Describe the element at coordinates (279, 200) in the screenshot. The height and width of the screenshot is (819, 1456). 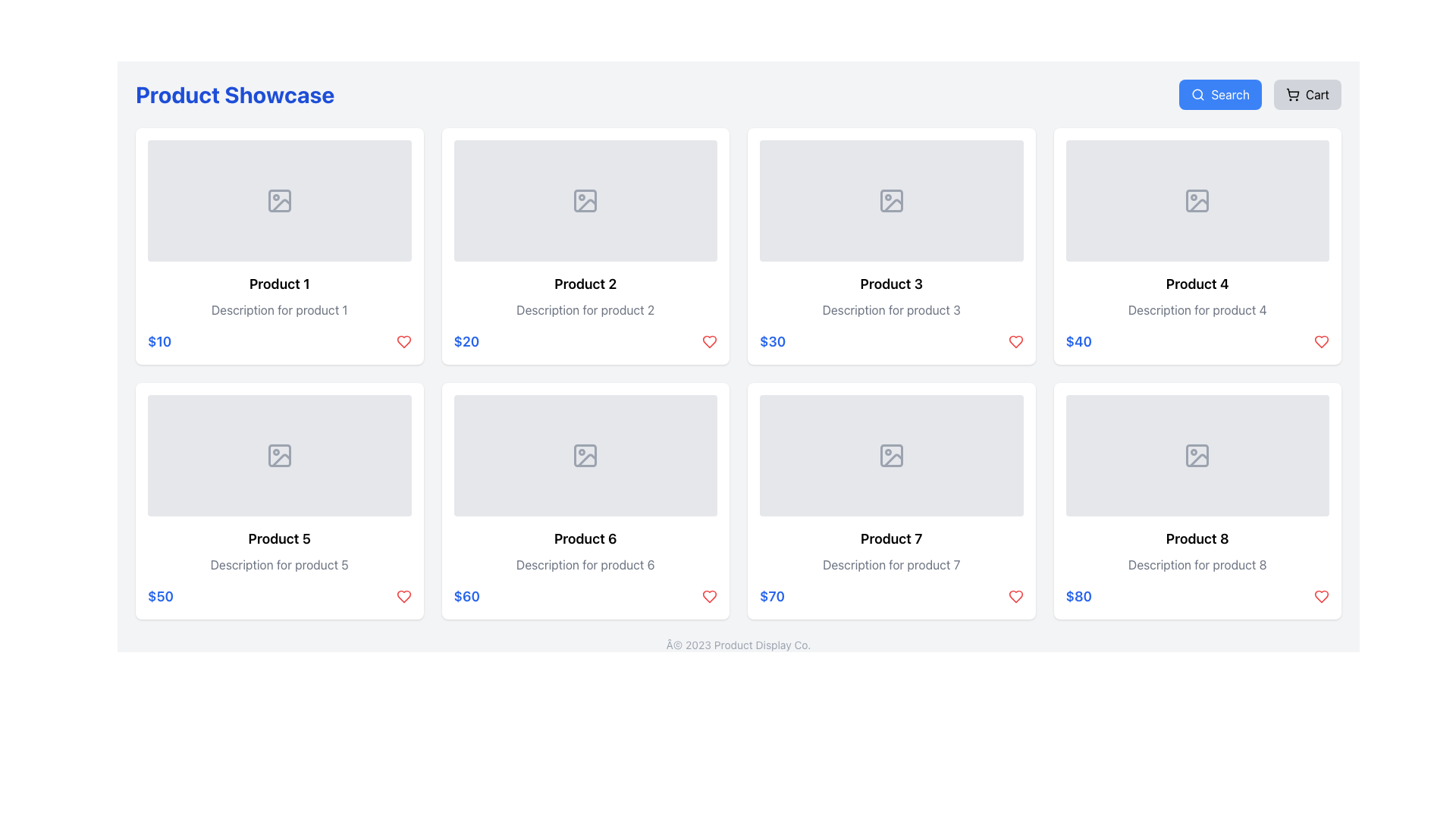
I see `the placeholder icon indicating the absence of an image for 'Product 1'` at that location.